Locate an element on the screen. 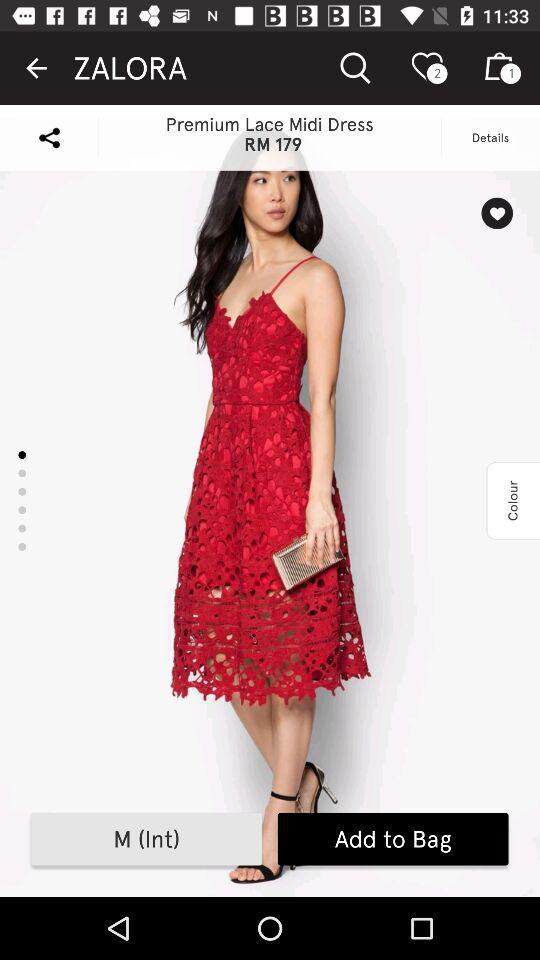  the icon which is beside zalora is located at coordinates (355, 68).